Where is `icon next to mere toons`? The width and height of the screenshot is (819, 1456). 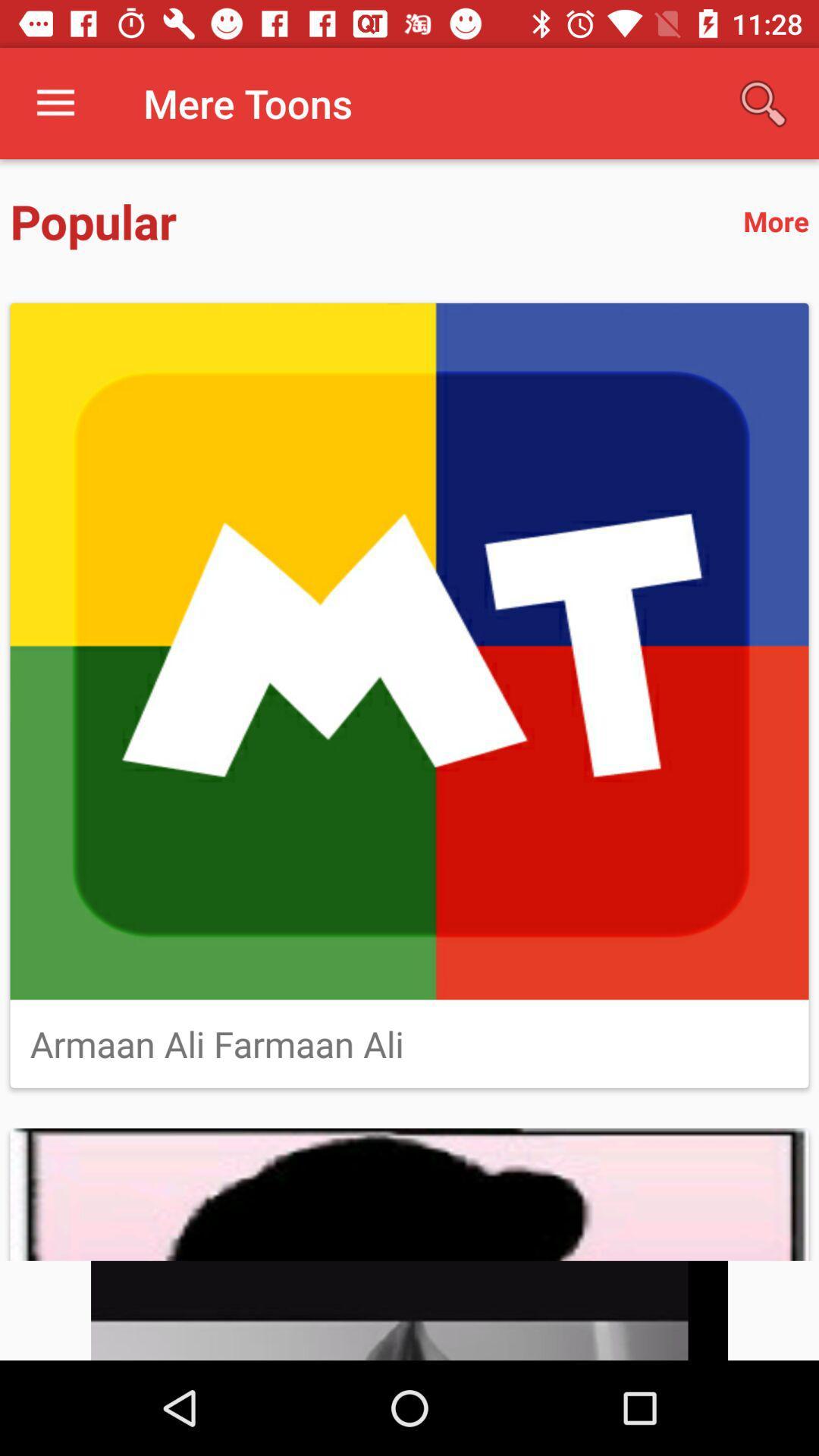
icon next to mere toons is located at coordinates (55, 102).